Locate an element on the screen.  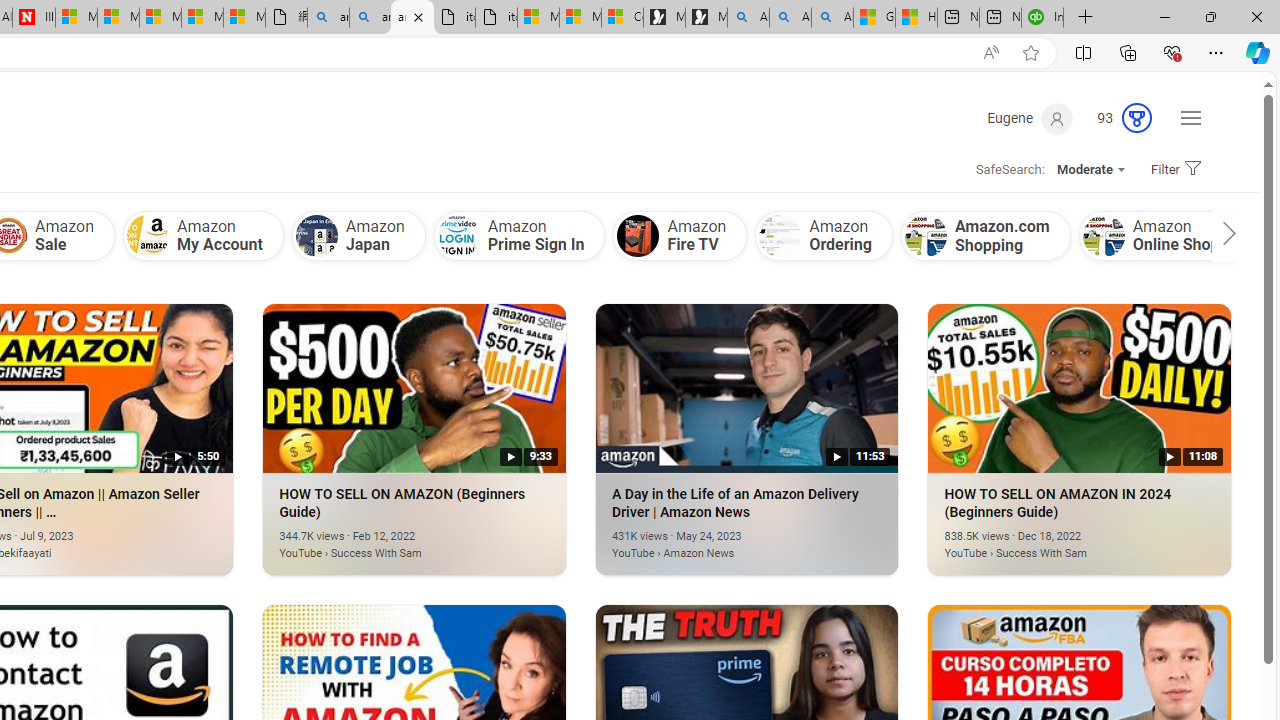
'Amazon Japan' is located at coordinates (358, 234).